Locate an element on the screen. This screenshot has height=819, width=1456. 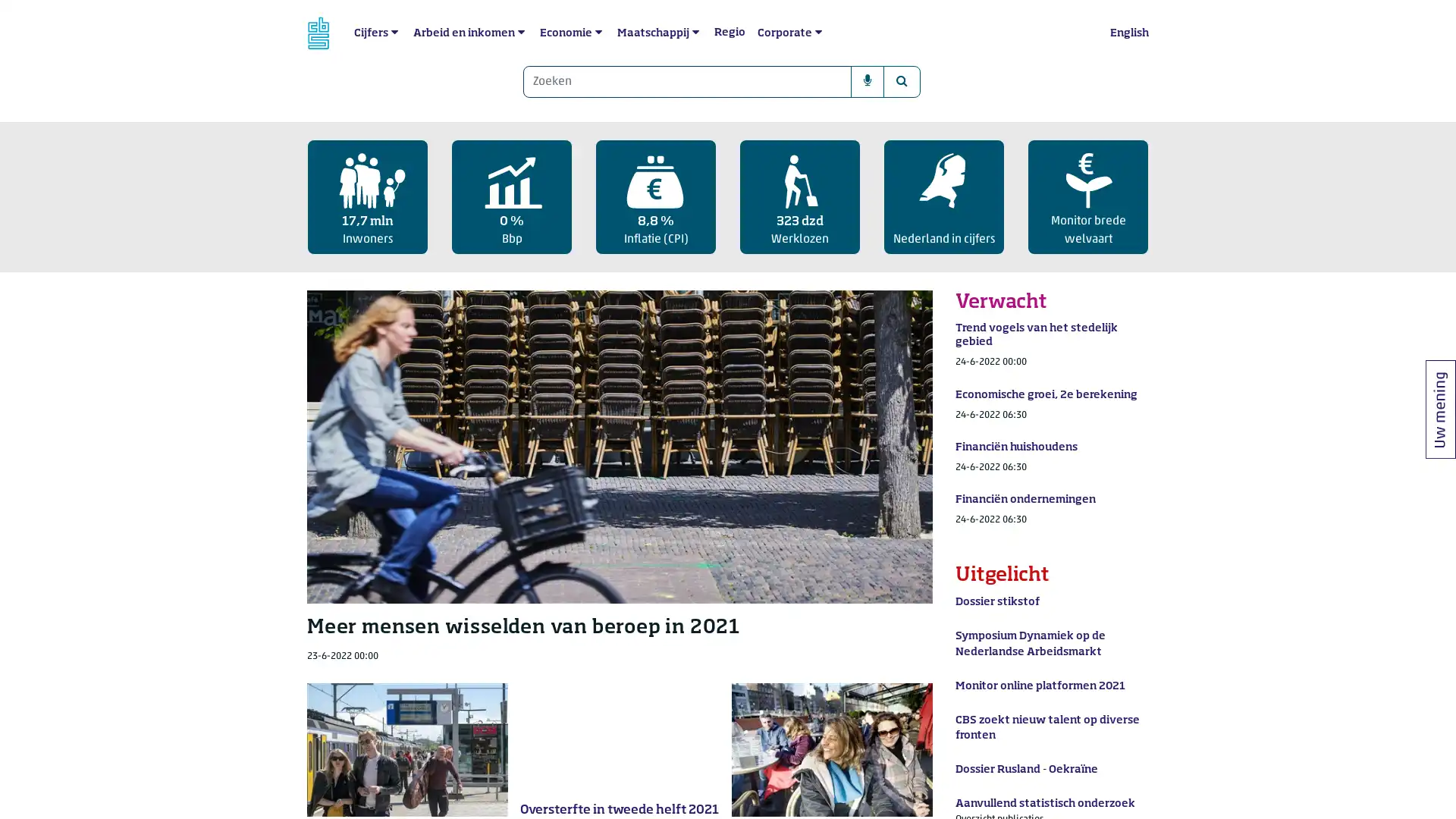
submenu Maatschappij is located at coordinates (695, 32).